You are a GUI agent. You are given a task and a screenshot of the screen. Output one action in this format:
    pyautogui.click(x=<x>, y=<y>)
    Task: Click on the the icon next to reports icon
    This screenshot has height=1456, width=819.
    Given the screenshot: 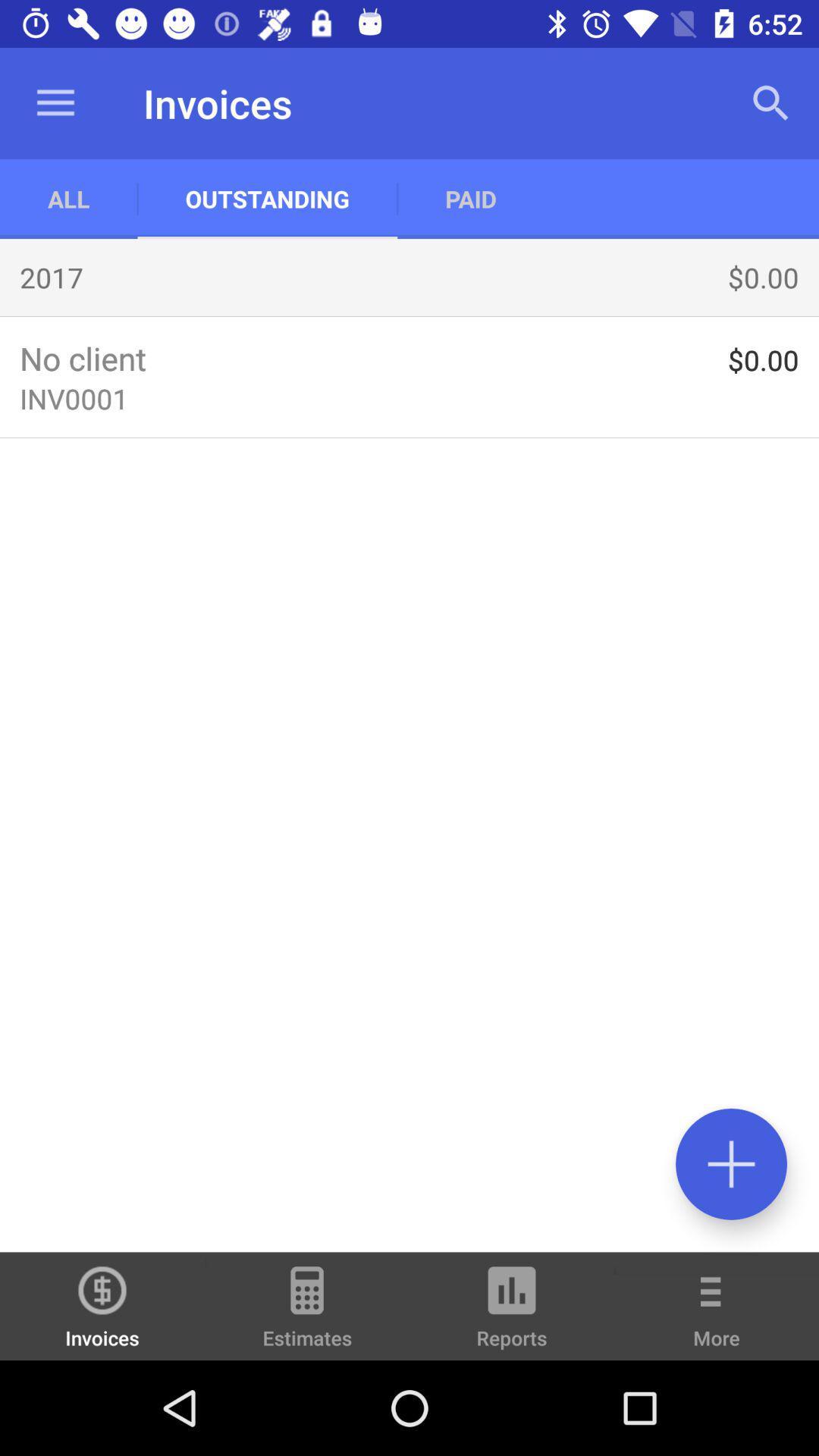 What is the action you would take?
    pyautogui.click(x=307, y=1313)
    